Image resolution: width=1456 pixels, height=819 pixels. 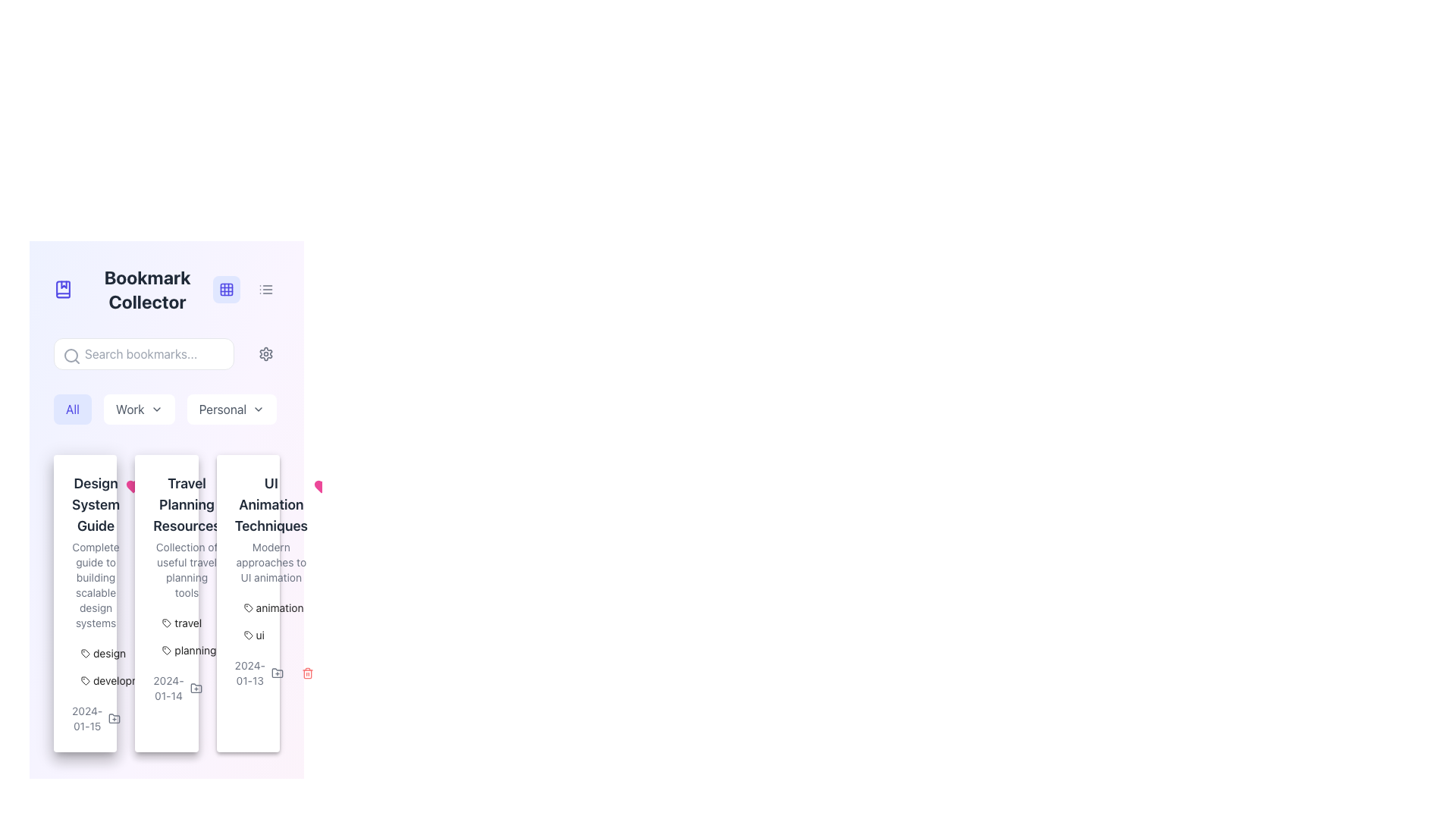 I want to click on text from the UI component titled 'UI Animation Techniques' which contains the subtitle 'Modern approaches to UI animation', so click(x=248, y=529).